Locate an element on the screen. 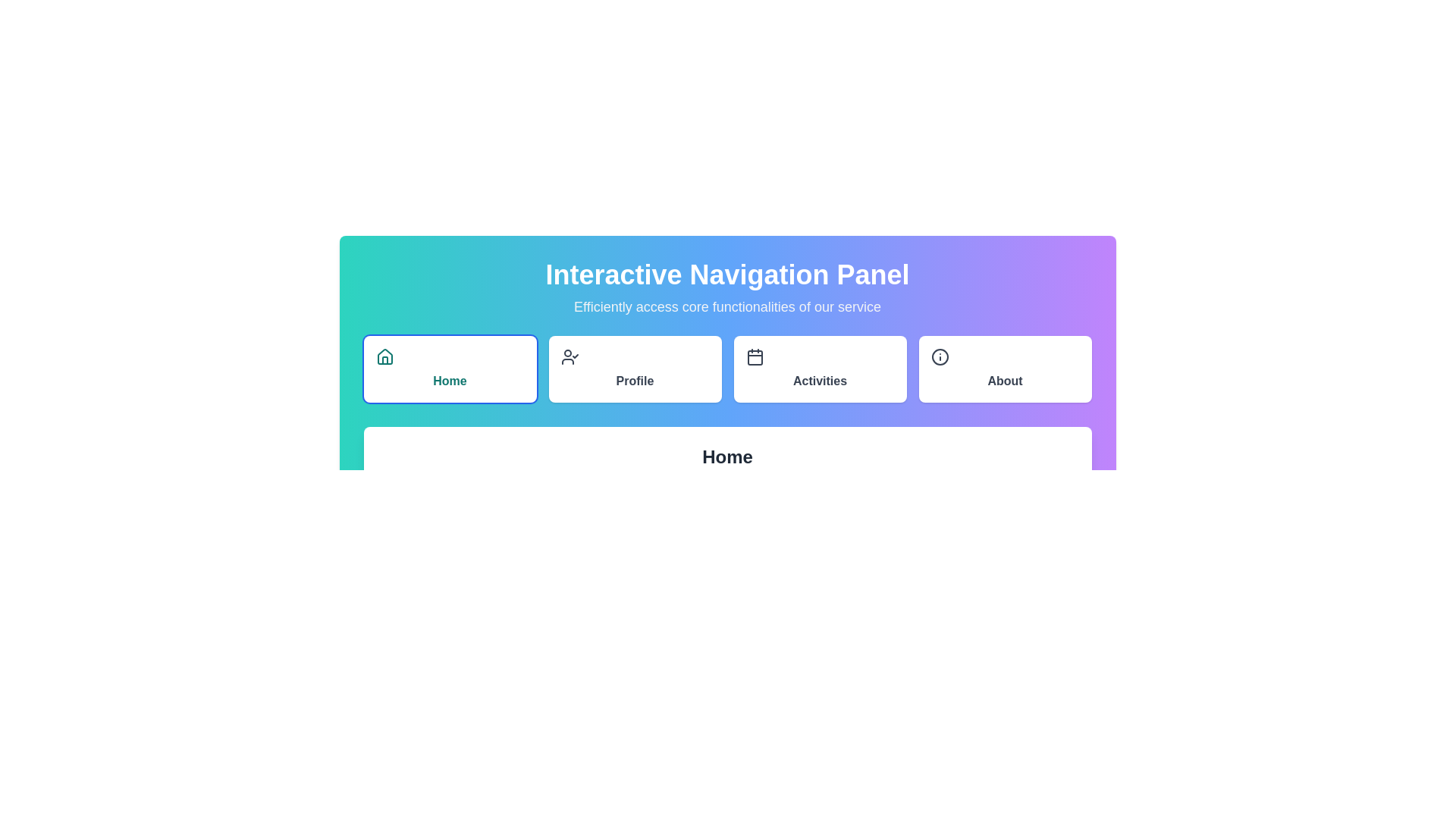 The height and width of the screenshot is (819, 1456). the house icon with a teal outline in the Interactive Navigation Panel, located in the top-left corner of the 'Home' section is located at coordinates (384, 356).